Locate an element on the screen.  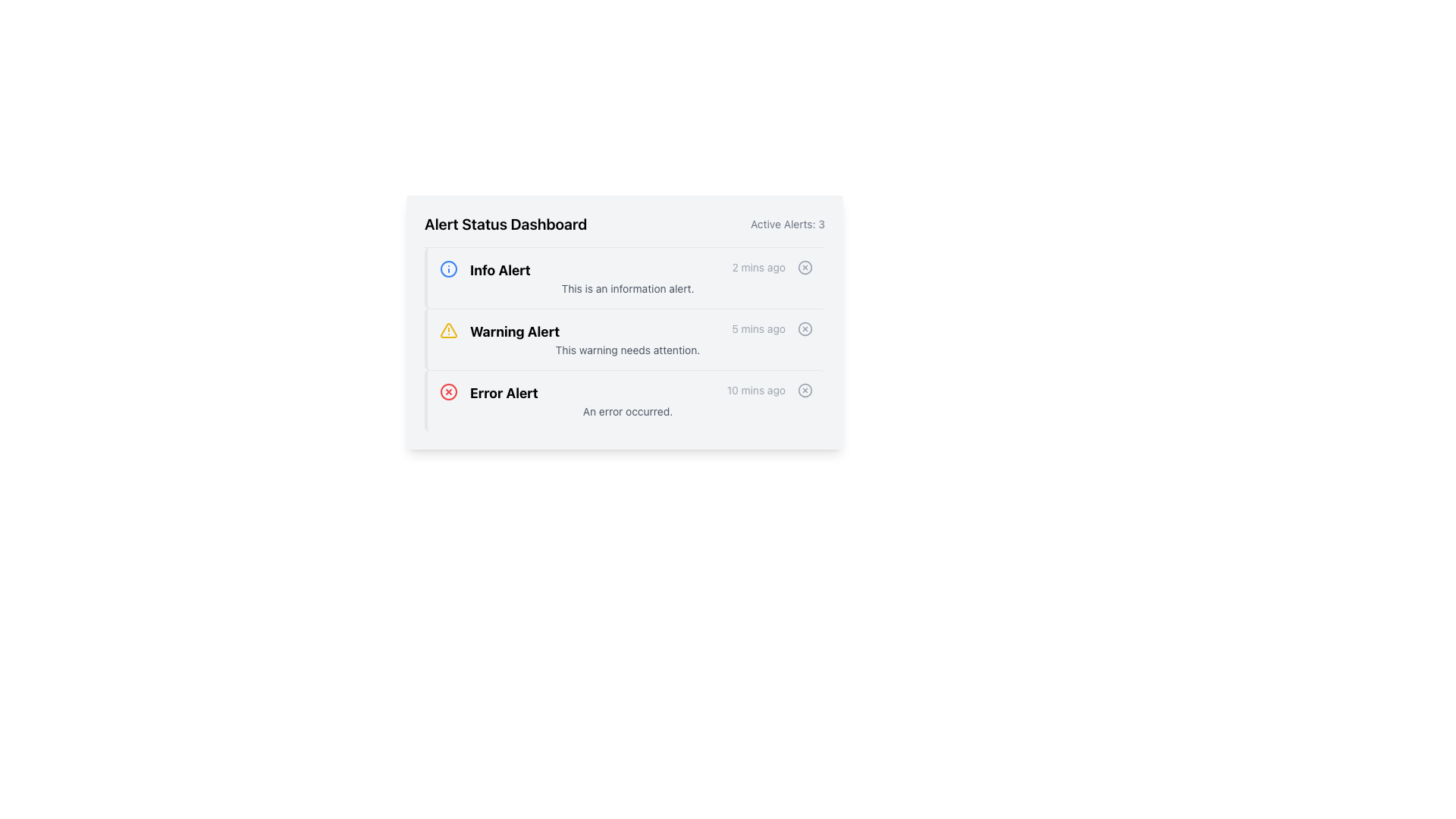
the Text Label that reads 'This is an information alert.' located below the title 'Info Alert' in the first alert card is located at coordinates (628, 289).